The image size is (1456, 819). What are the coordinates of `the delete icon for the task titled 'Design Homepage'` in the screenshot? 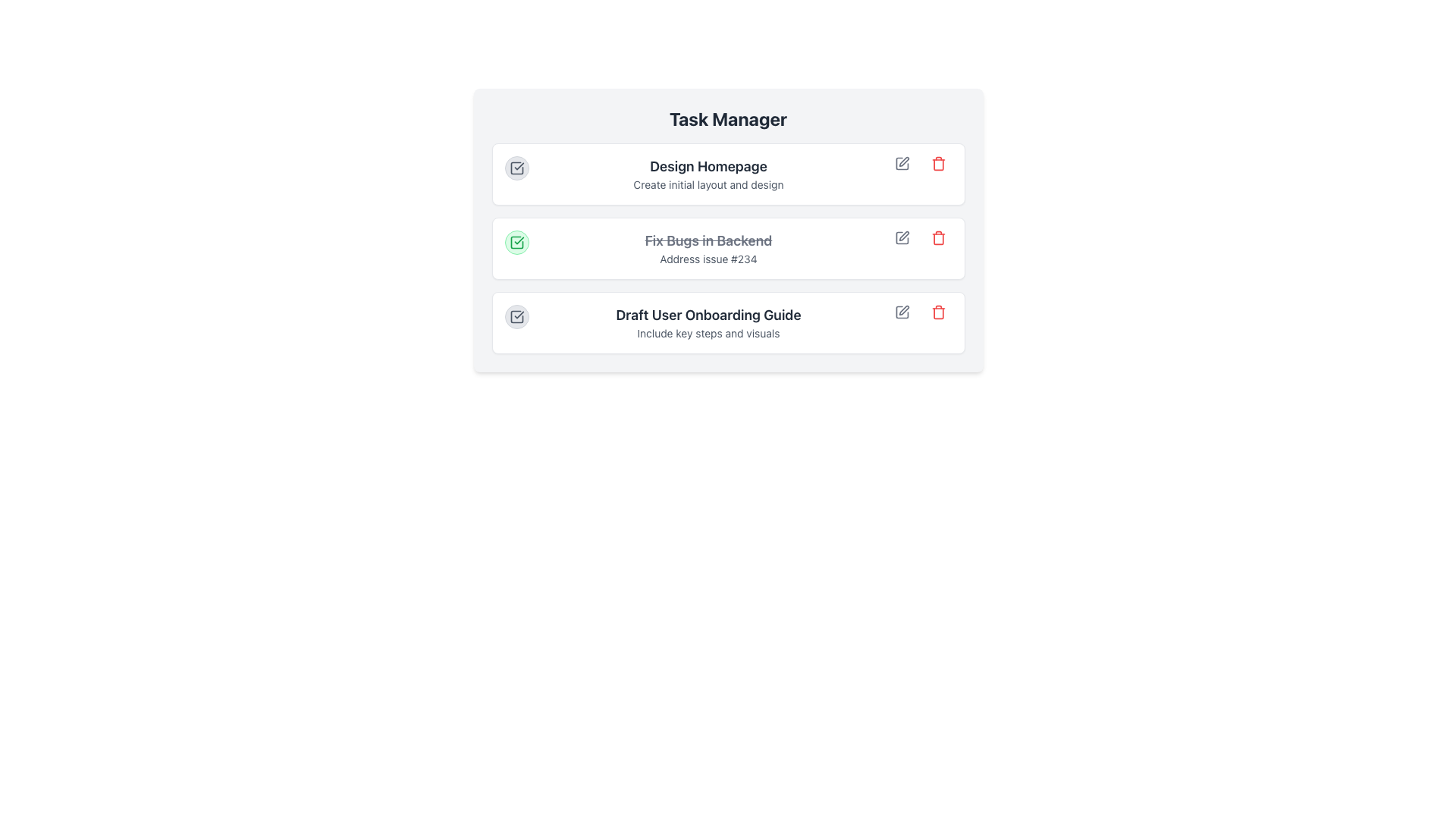 It's located at (937, 164).